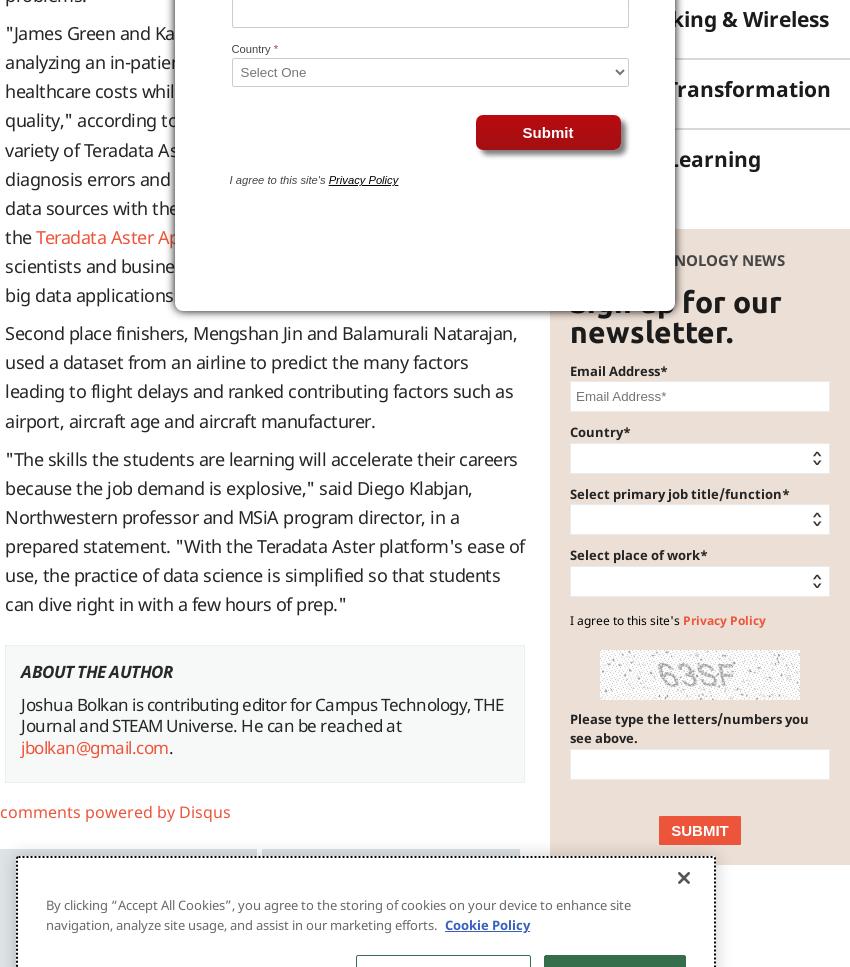 The image size is (850, 967). What do you see at coordinates (677, 260) in the screenshot?
I see `'CAMPUS TECHNOLOGY NEWS'` at bounding box center [677, 260].